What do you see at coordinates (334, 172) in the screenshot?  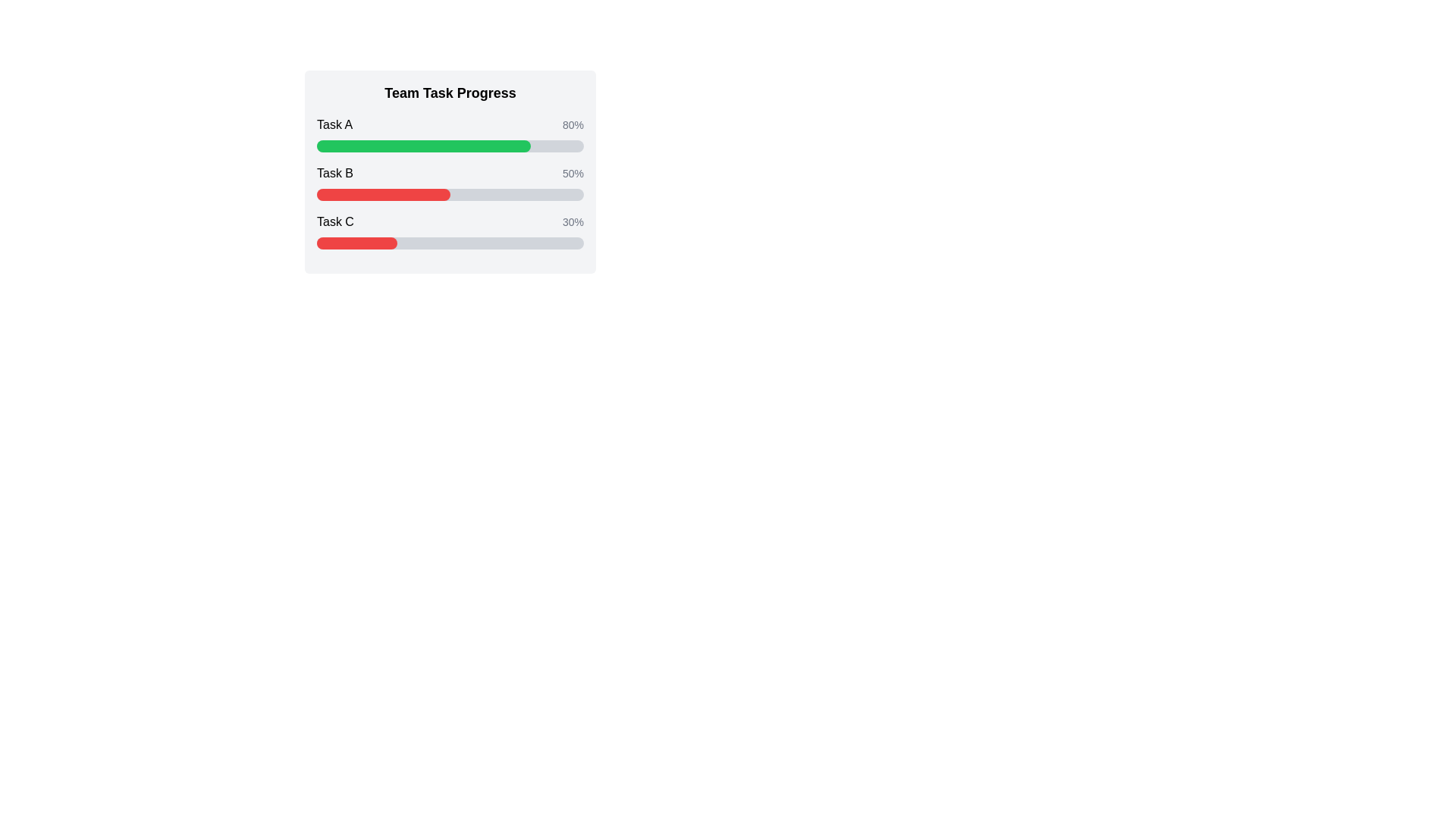 I see `text content of the 'Task B' label, which identifies the associated progress bar and percentage value` at bounding box center [334, 172].